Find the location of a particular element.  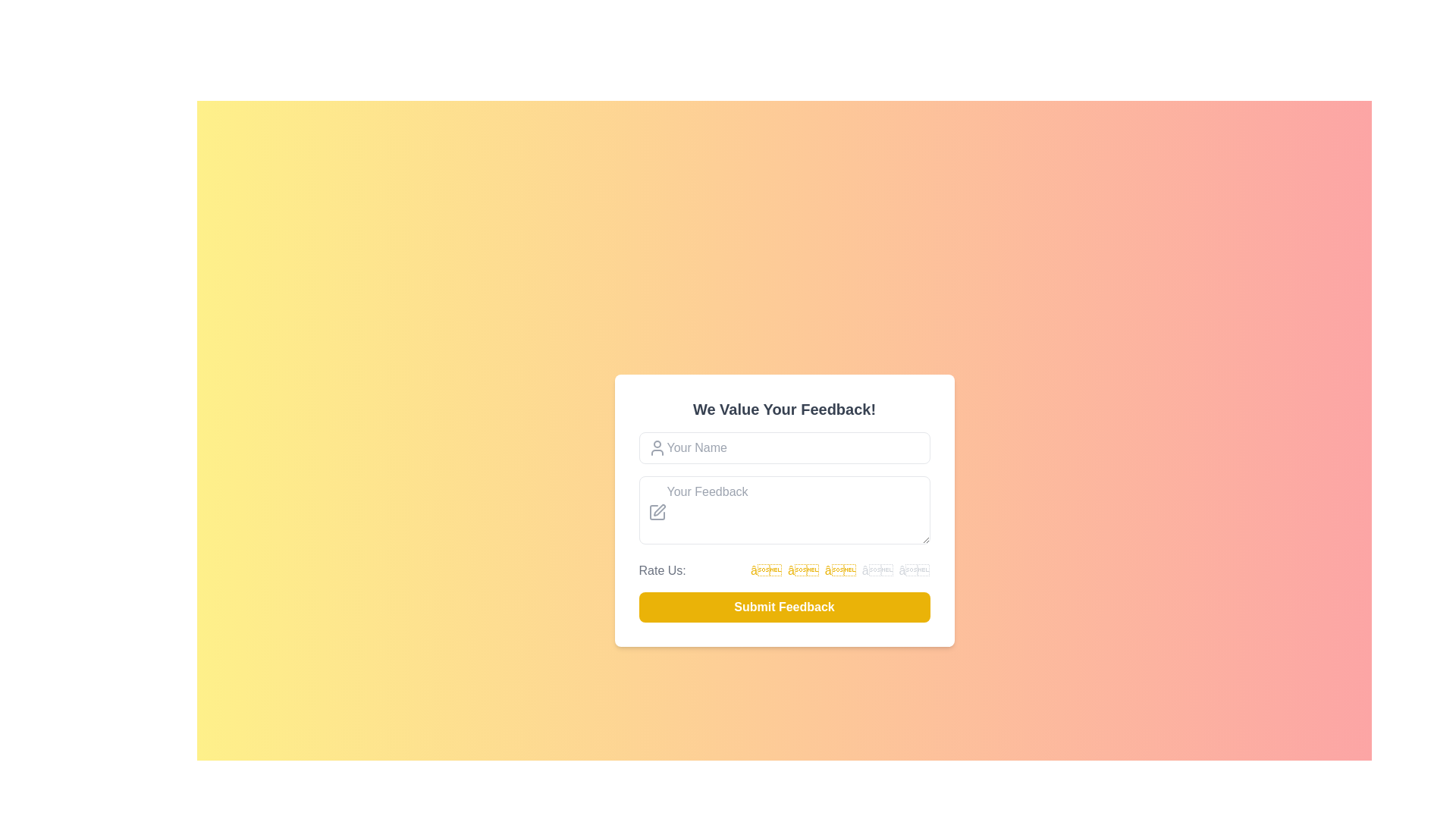

the first yellow star-shaped button used for ratings, located under the 'Rate Us:' label in the feedback form is located at coordinates (765, 570).